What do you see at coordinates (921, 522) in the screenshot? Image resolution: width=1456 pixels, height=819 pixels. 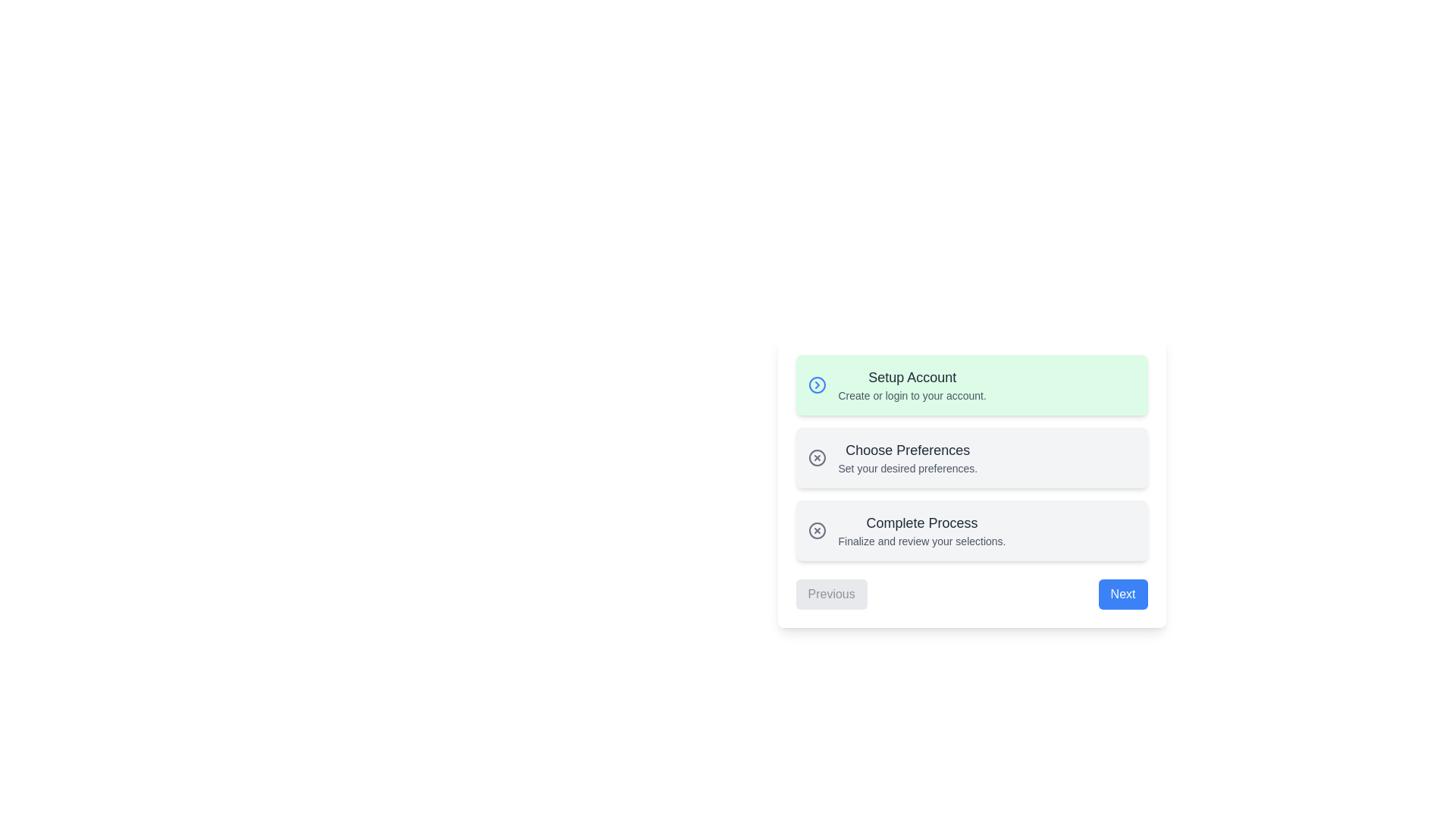 I see `the label that represents a step in the sequential process, located above the text 'Finalize and review your selections.'` at bounding box center [921, 522].